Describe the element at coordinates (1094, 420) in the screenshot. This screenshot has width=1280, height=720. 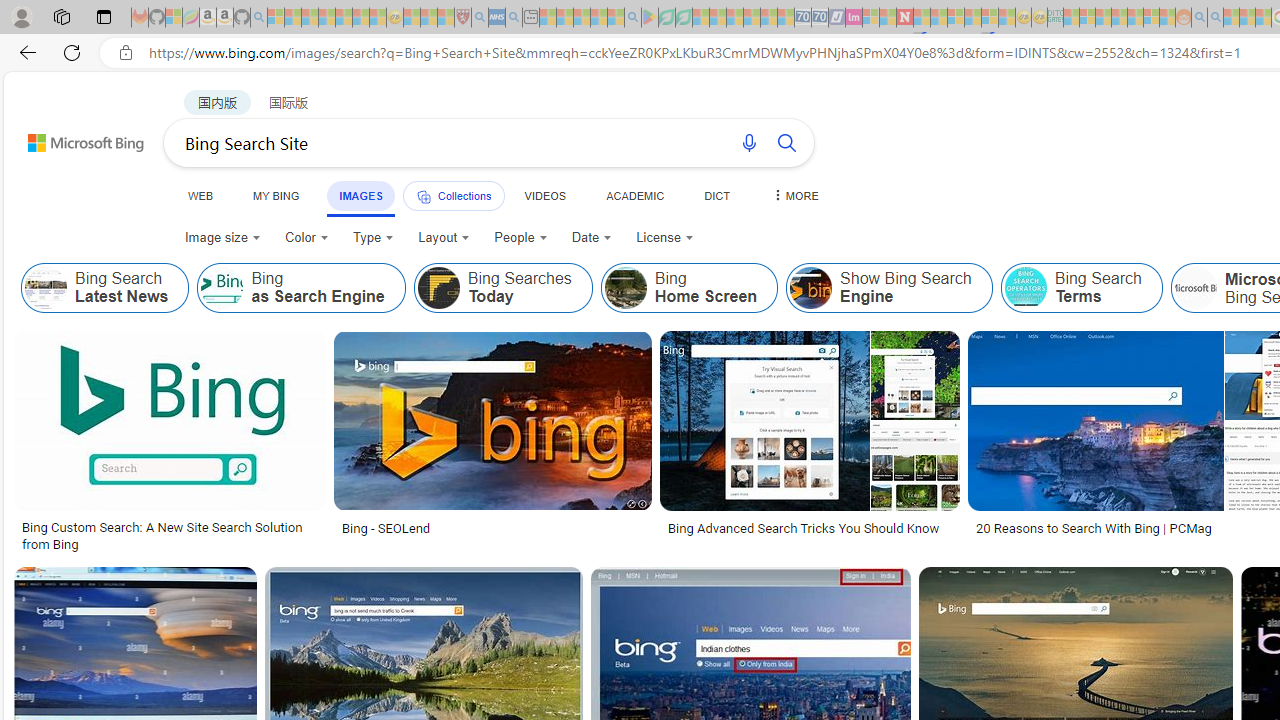
I see `'Image result for Bing Search Site'` at that location.